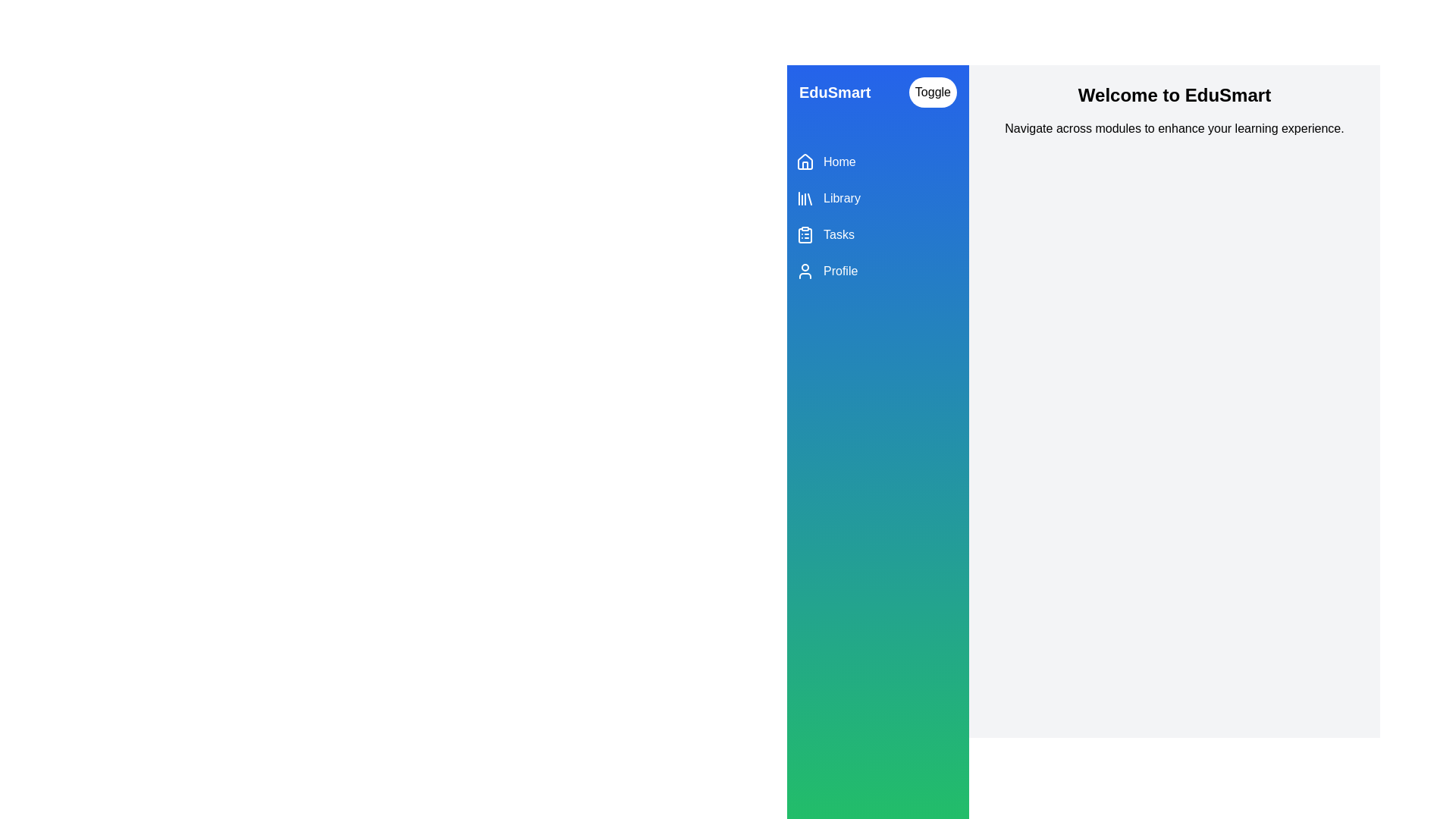  Describe the element at coordinates (877, 271) in the screenshot. I see `the Profile item in the drawer menu` at that location.